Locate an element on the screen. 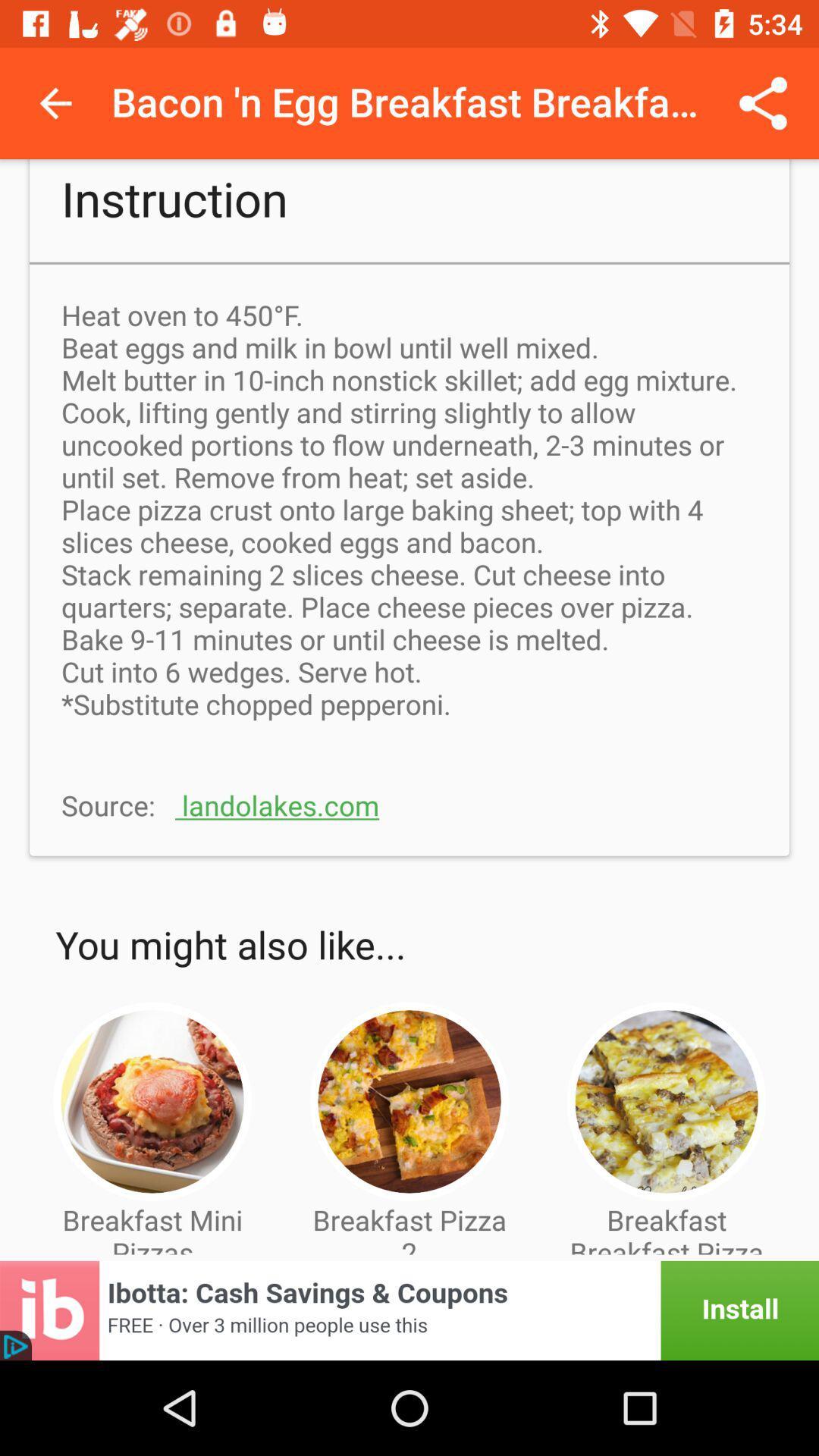  advertisement is located at coordinates (409, 1310).